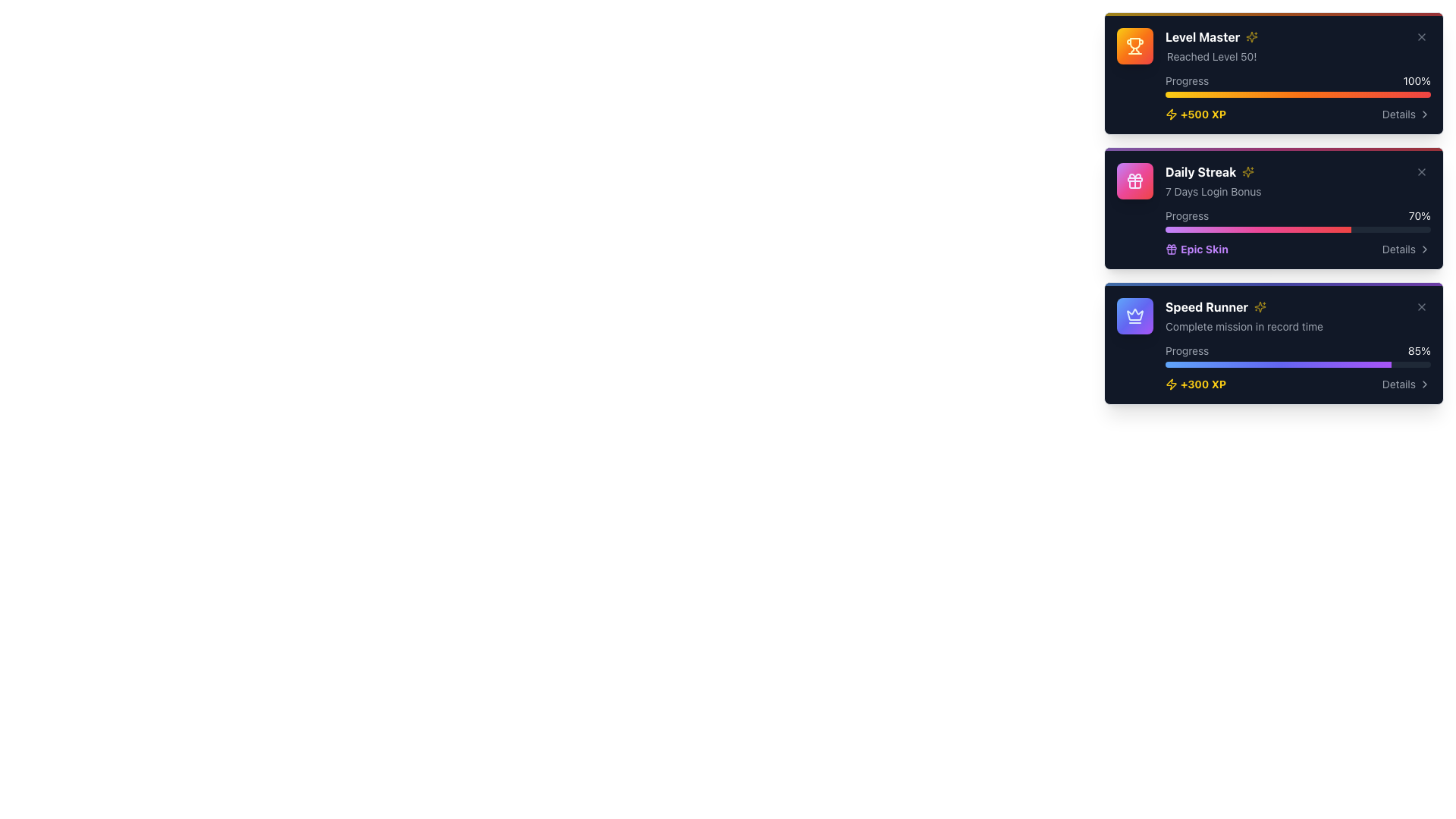  I want to click on the static text label displaying 'Progress' in light gray font, located beneath the title and descriptive text within the second card of a vertically stacked interface, so click(1186, 216).